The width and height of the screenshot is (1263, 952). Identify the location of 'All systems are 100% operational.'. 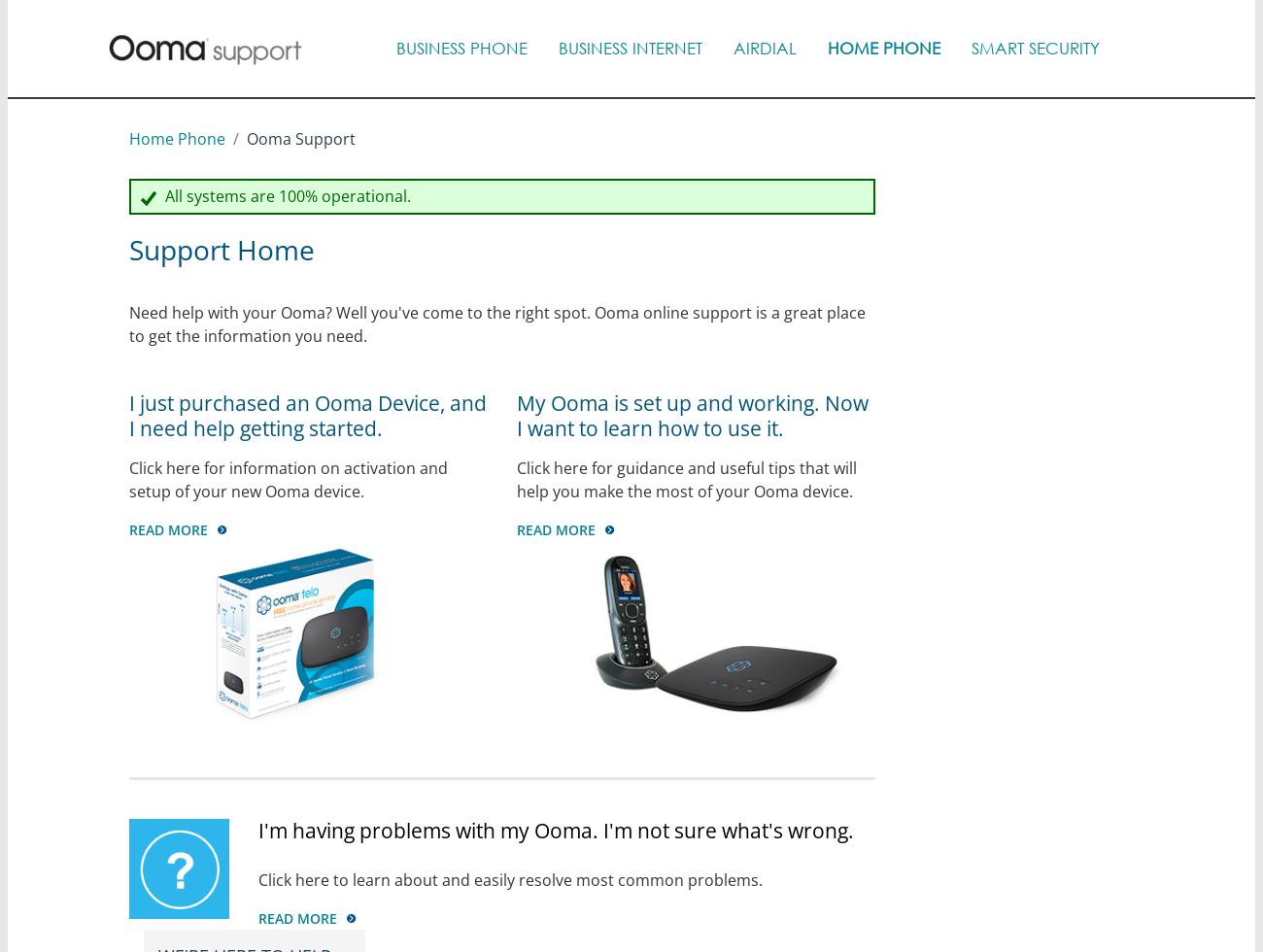
(285, 195).